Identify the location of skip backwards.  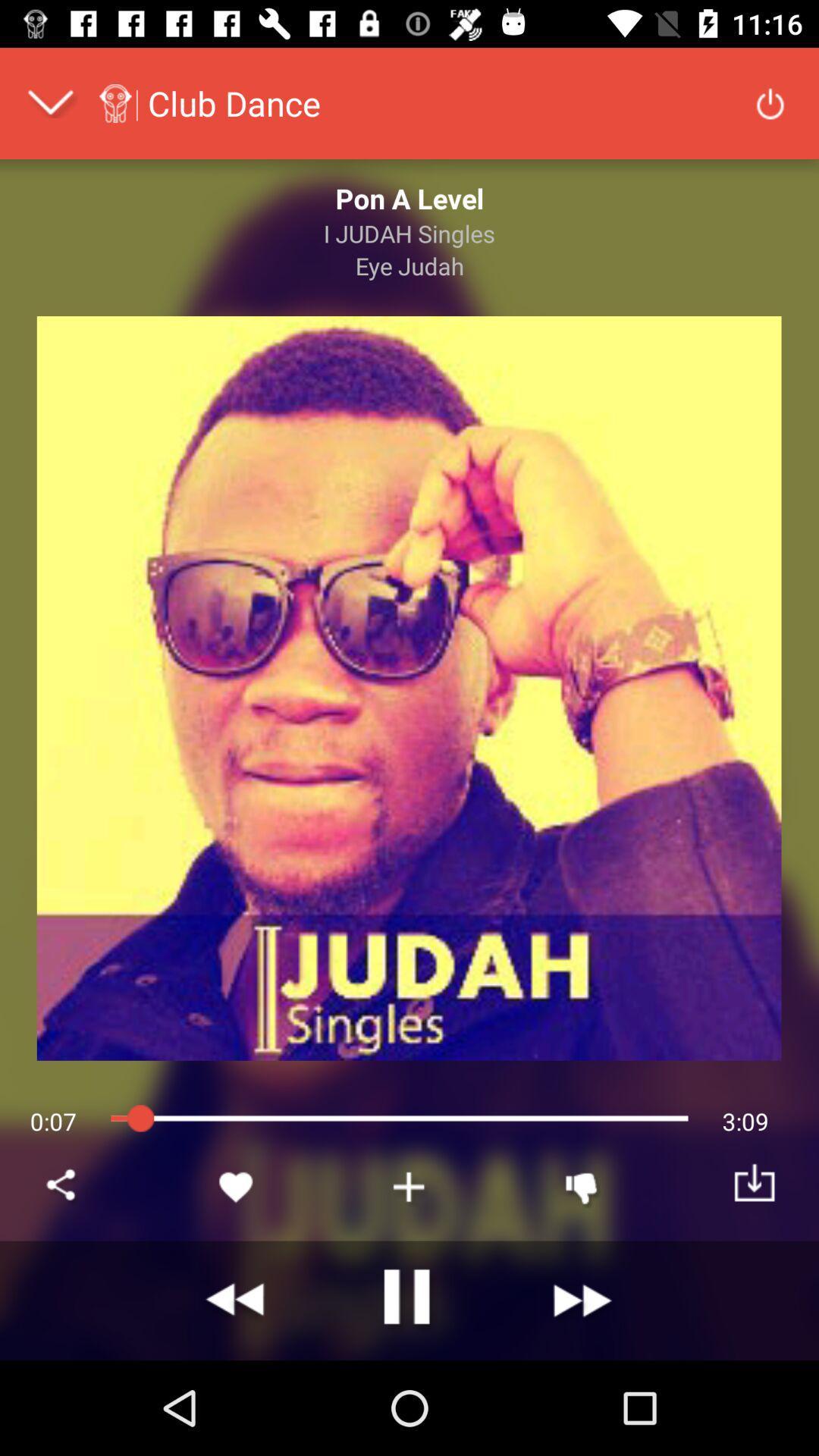
(237, 1300).